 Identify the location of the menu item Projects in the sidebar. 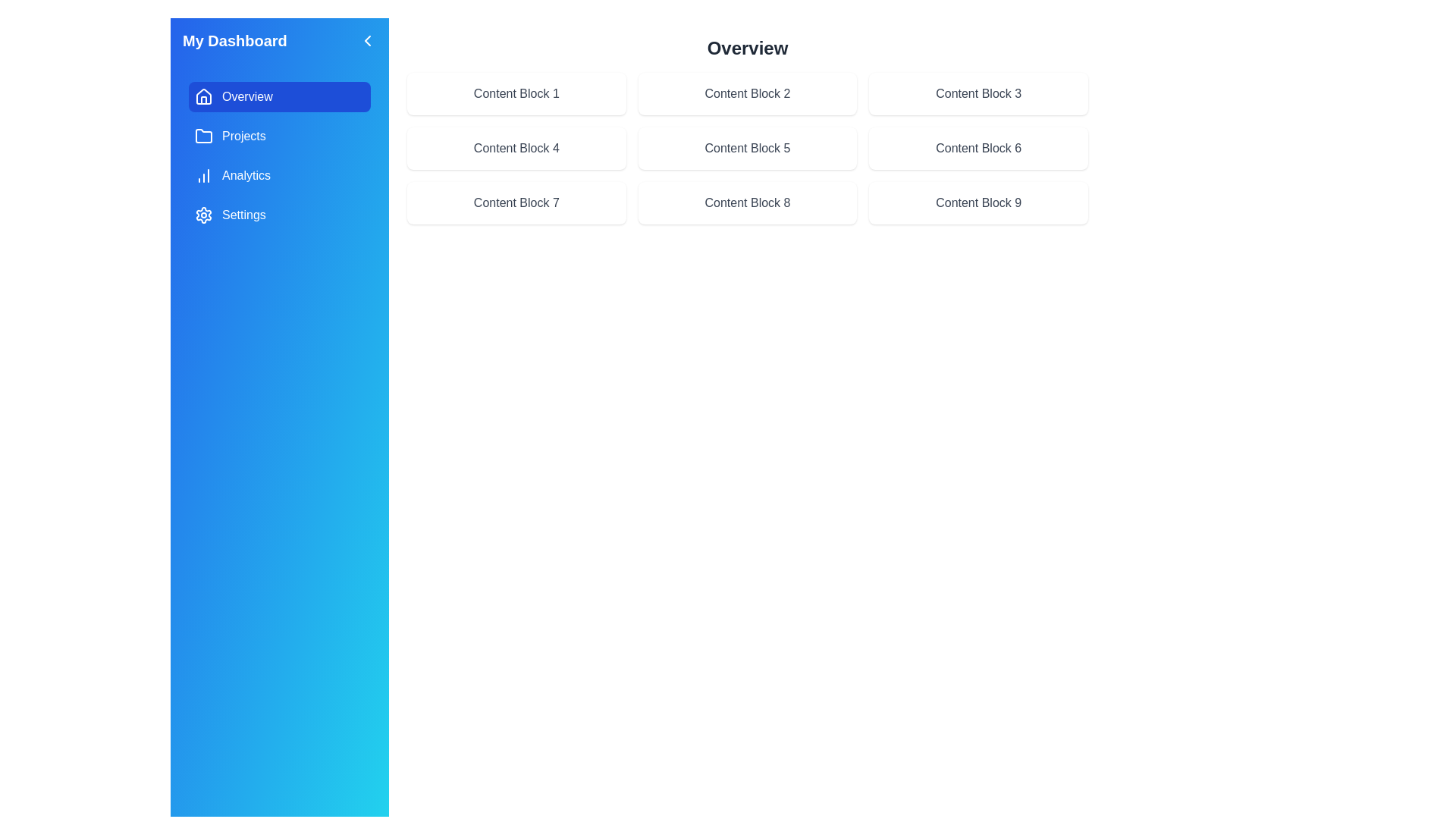
(280, 136).